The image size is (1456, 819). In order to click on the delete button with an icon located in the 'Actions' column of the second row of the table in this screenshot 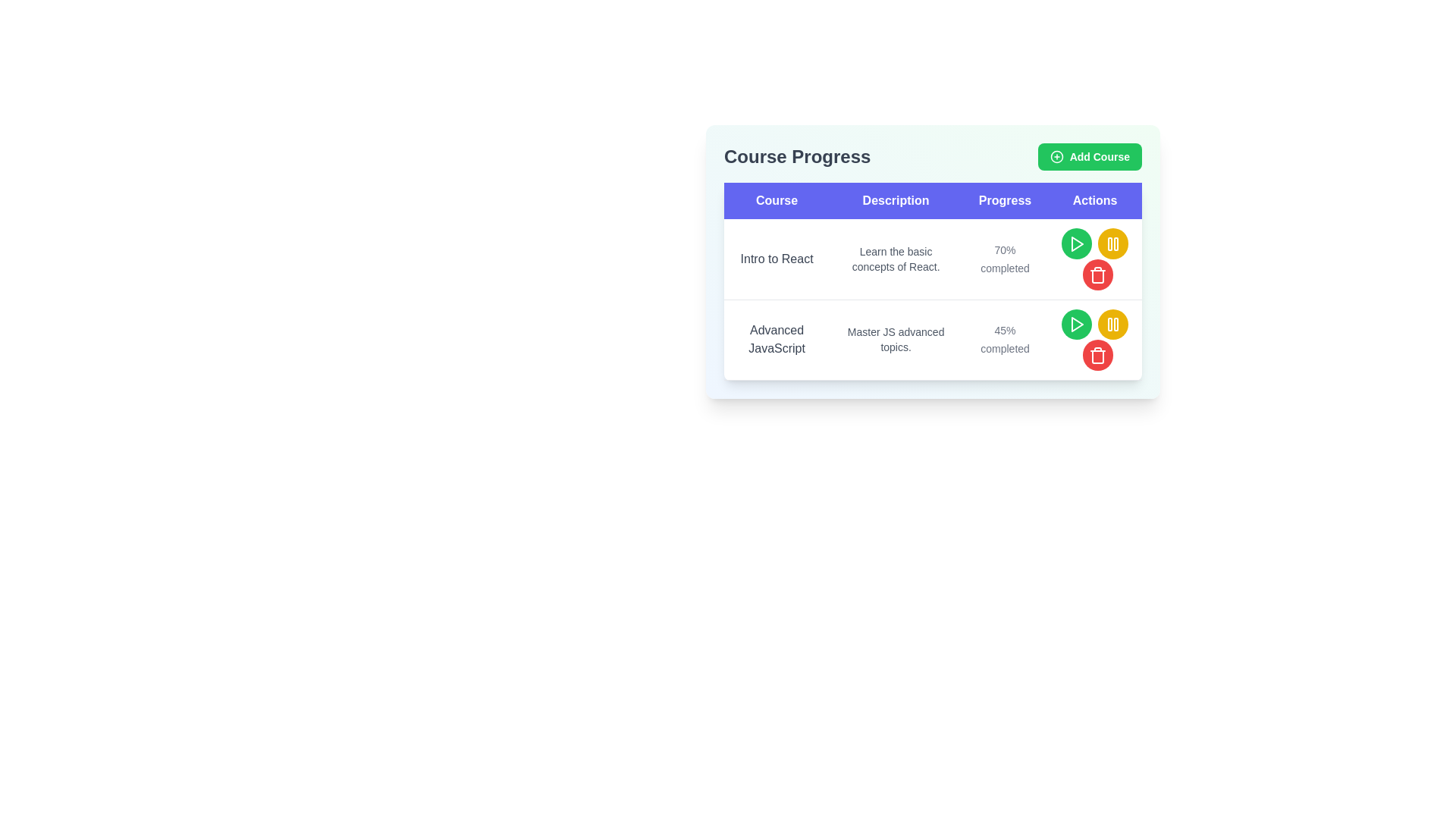, I will do `click(1098, 356)`.